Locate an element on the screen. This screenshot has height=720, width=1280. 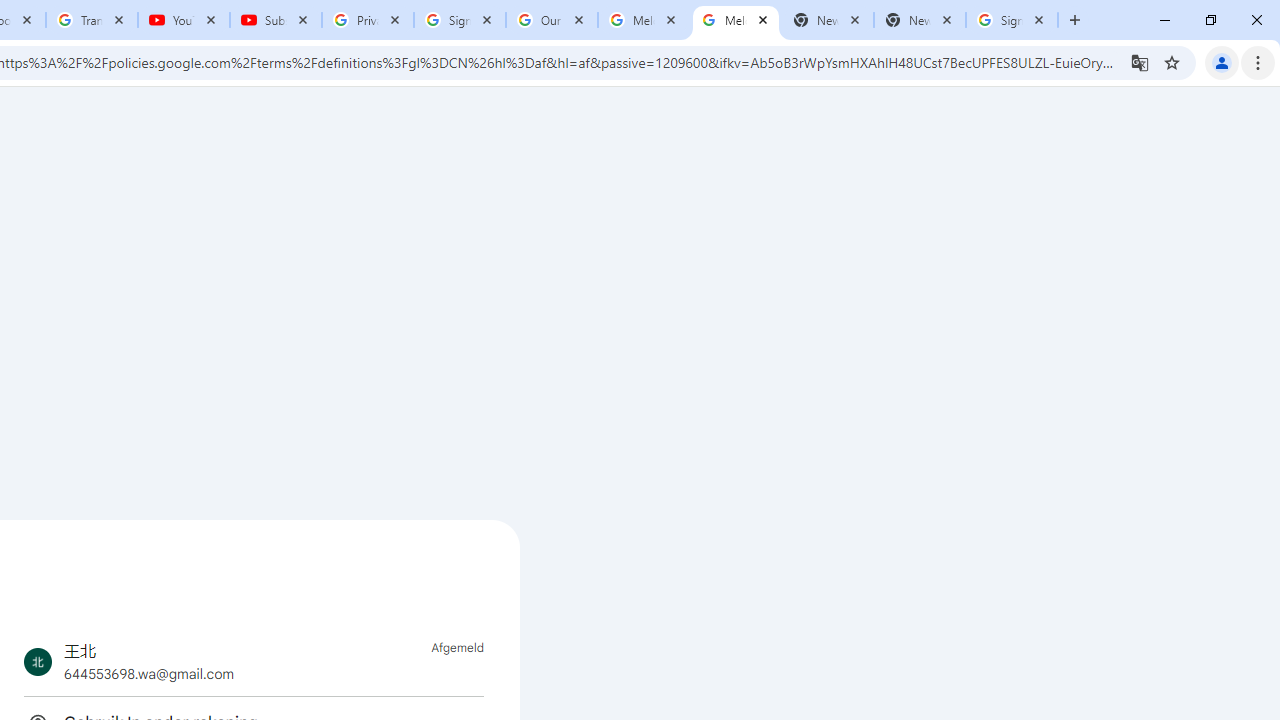
'New Tab' is located at coordinates (919, 20).